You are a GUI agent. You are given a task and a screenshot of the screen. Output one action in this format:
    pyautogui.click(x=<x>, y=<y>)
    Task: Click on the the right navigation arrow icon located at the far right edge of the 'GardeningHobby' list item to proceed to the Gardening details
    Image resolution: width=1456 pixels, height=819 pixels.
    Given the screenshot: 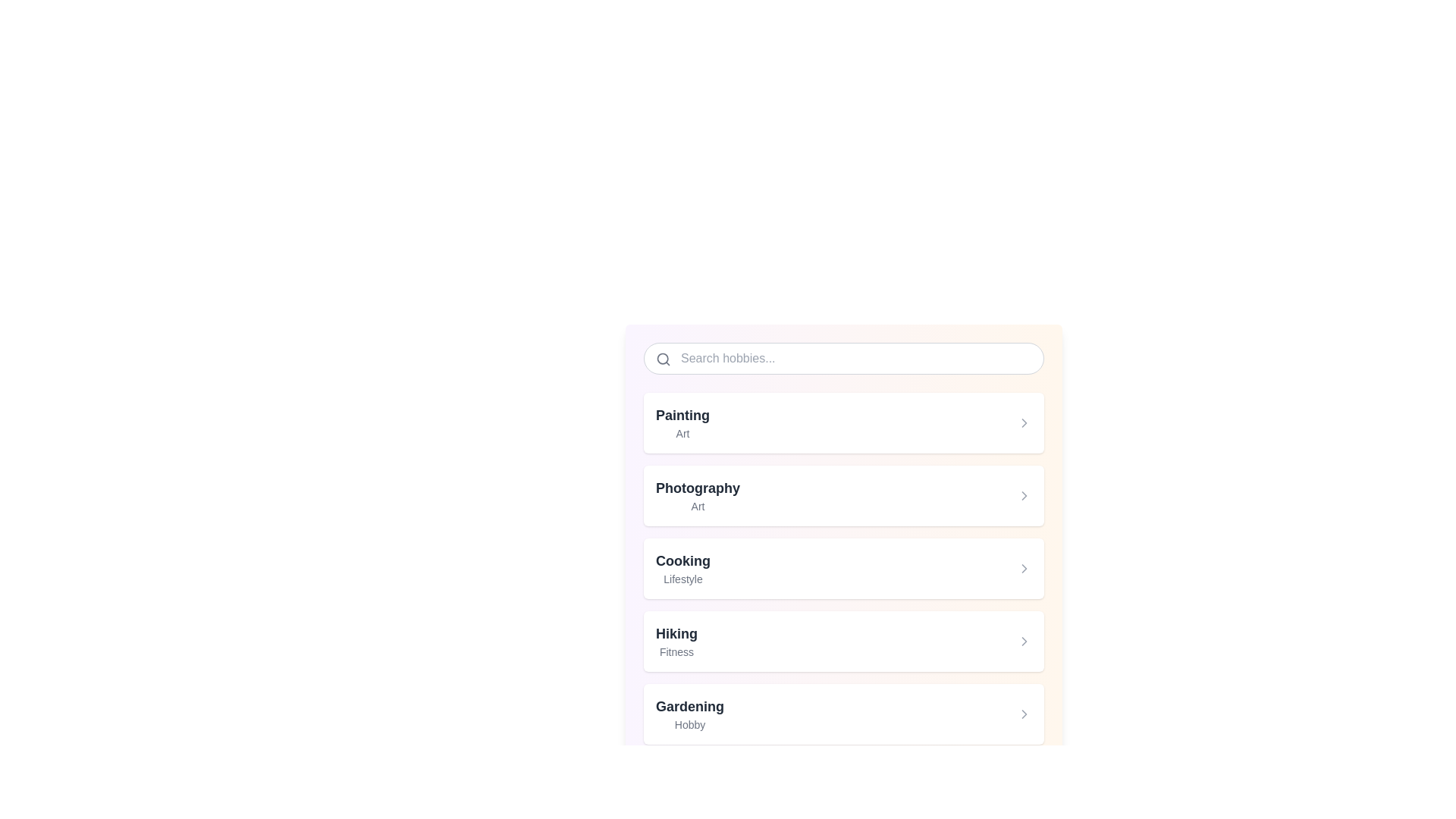 What is the action you would take?
    pyautogui.click(x=1024, y=714)
    